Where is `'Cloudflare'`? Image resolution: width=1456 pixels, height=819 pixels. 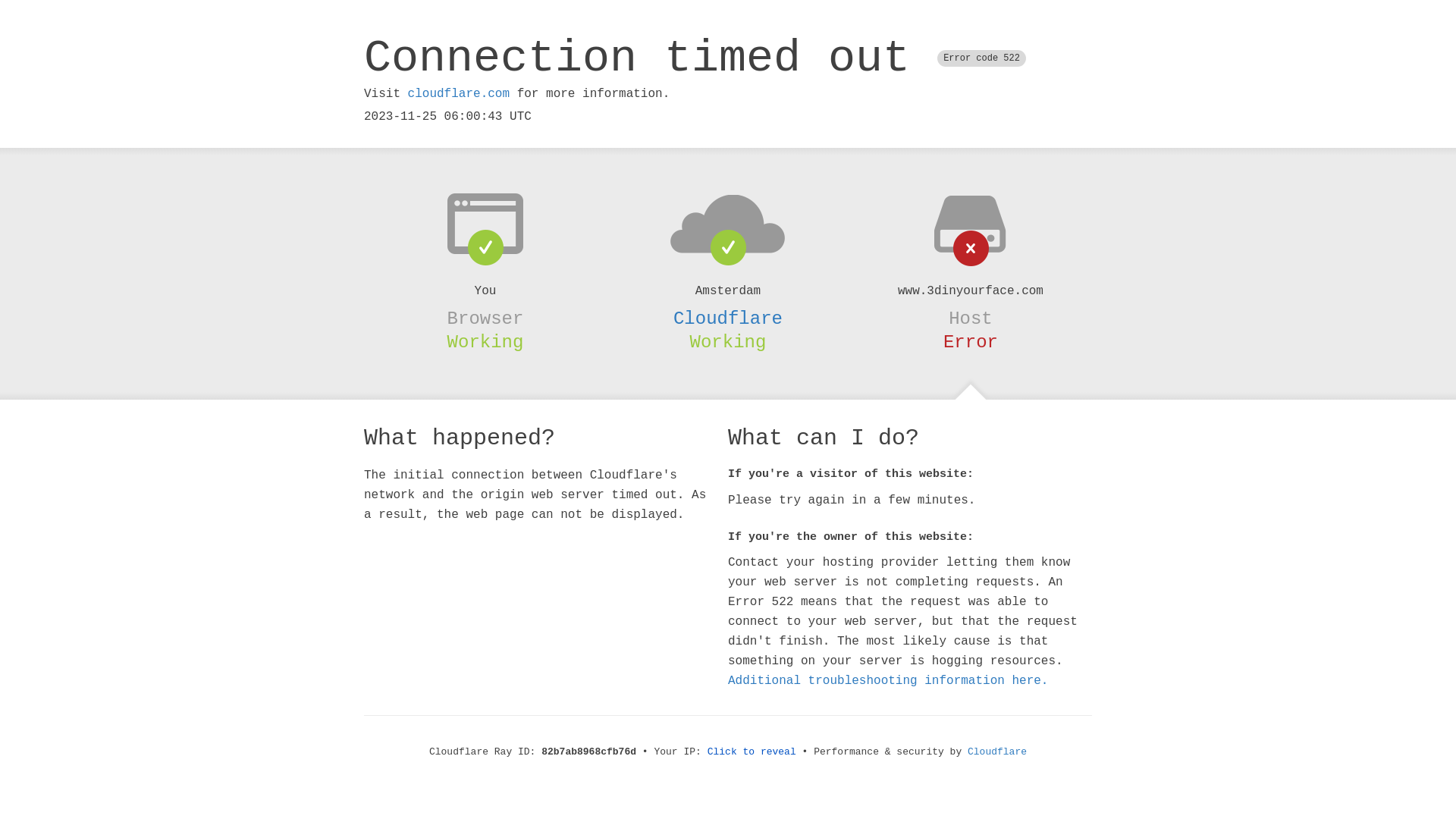
'Cloudflare' is located at coordinates (728, 318).